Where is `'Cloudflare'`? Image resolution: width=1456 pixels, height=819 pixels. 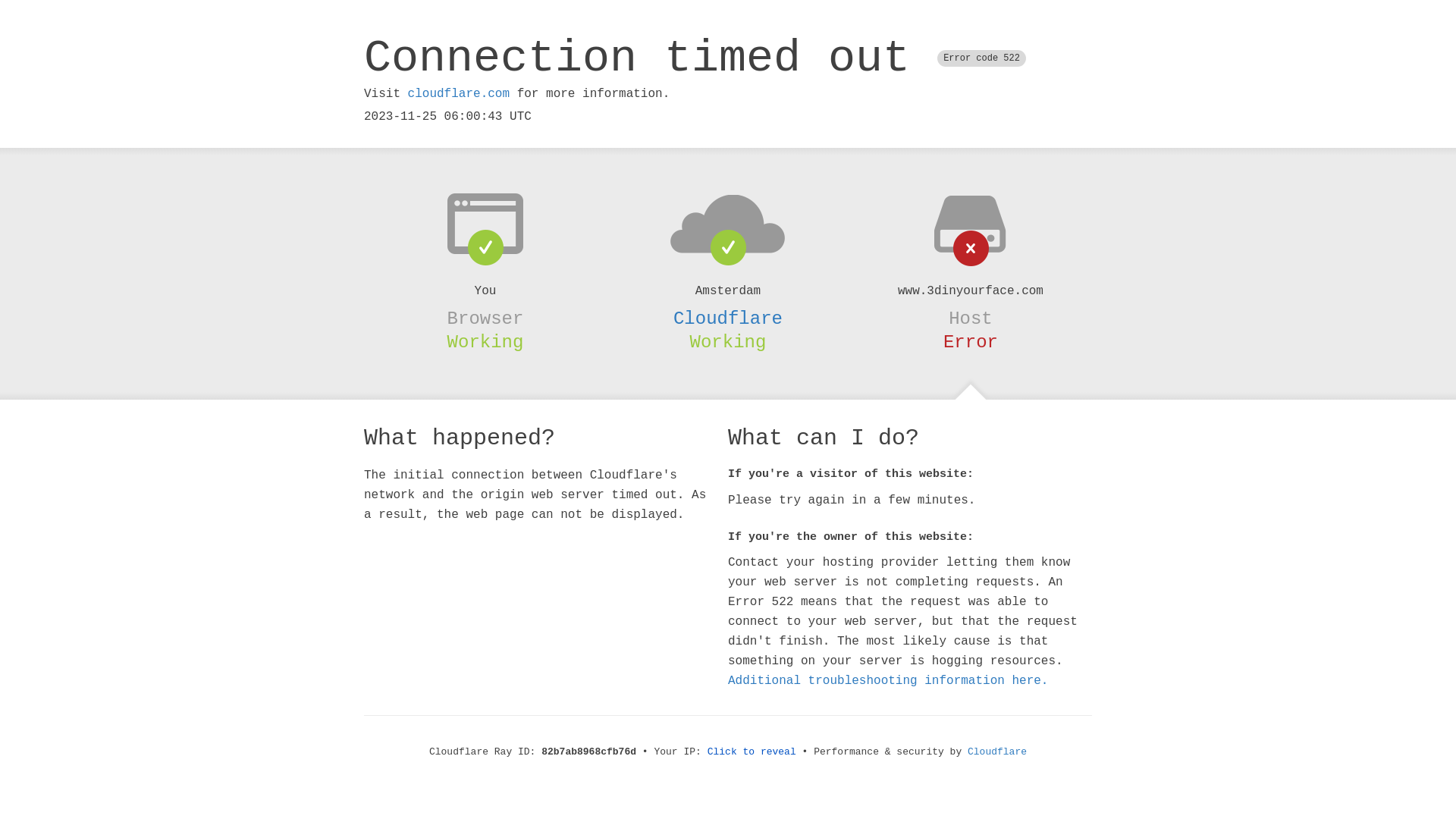
'Cloudflare' is located at coordinates (728, 318).